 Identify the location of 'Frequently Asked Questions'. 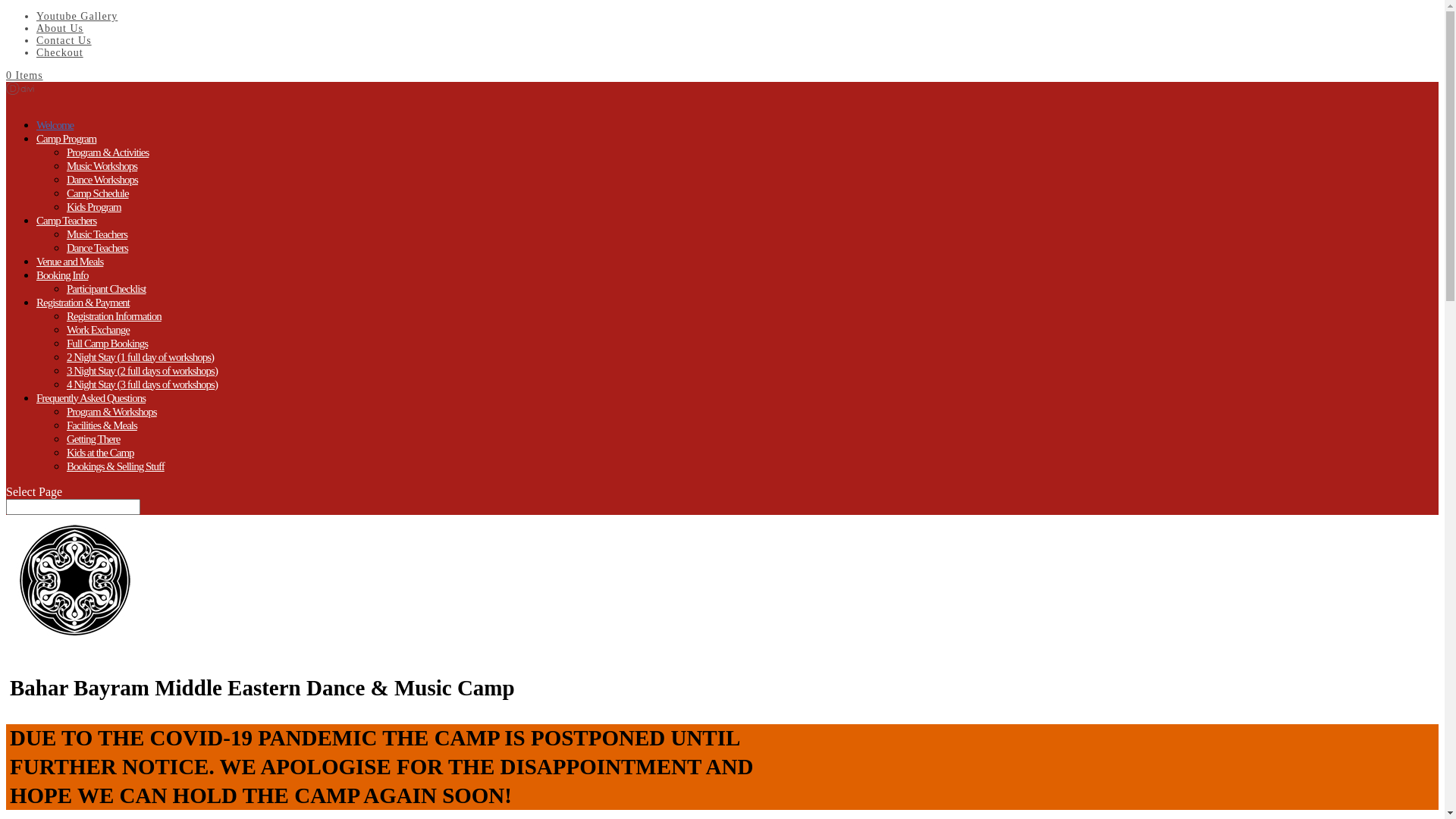
(36, 409).